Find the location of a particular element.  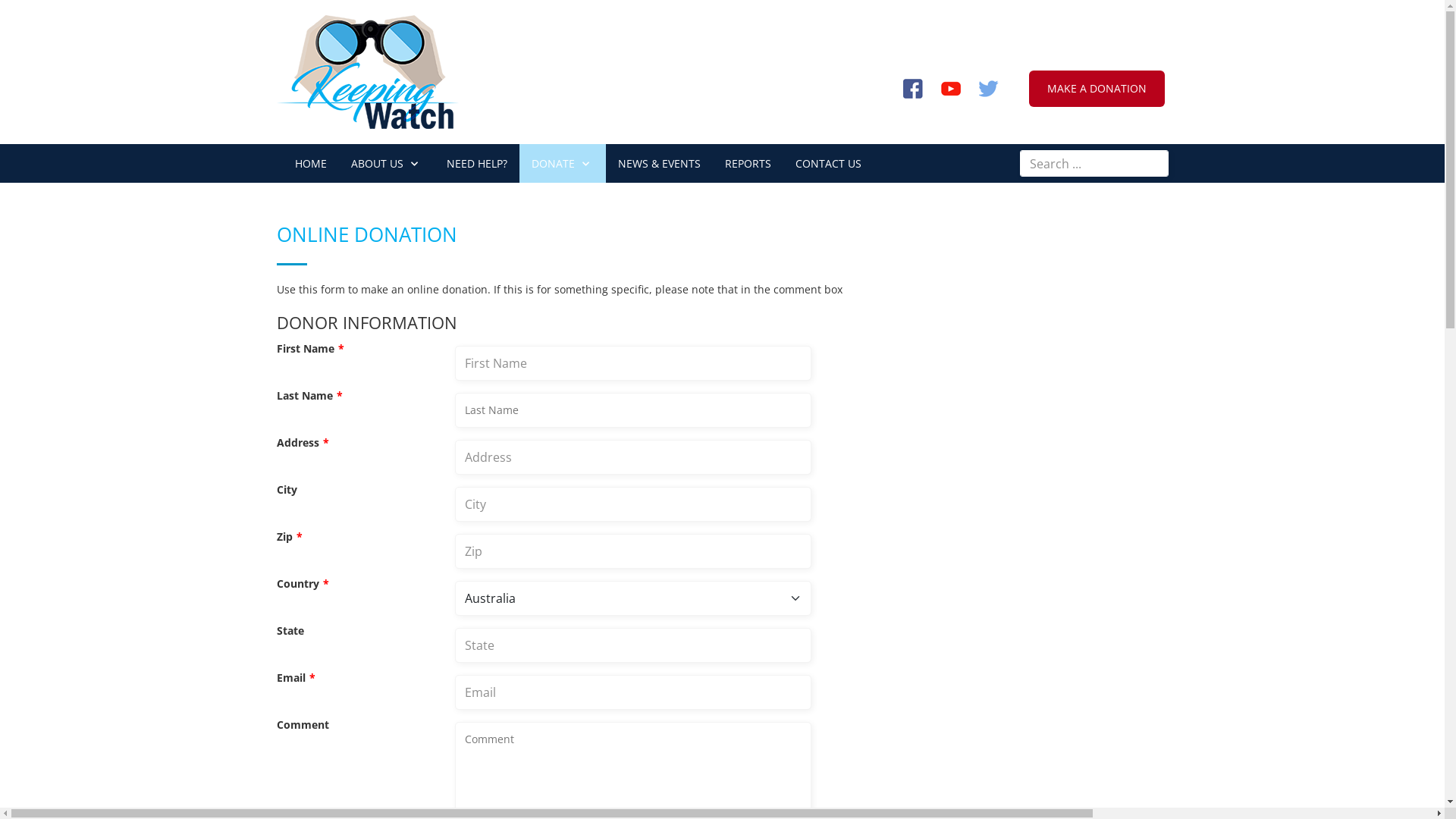

'MAKE A DONATION' is located at coordinates (1096, 88).